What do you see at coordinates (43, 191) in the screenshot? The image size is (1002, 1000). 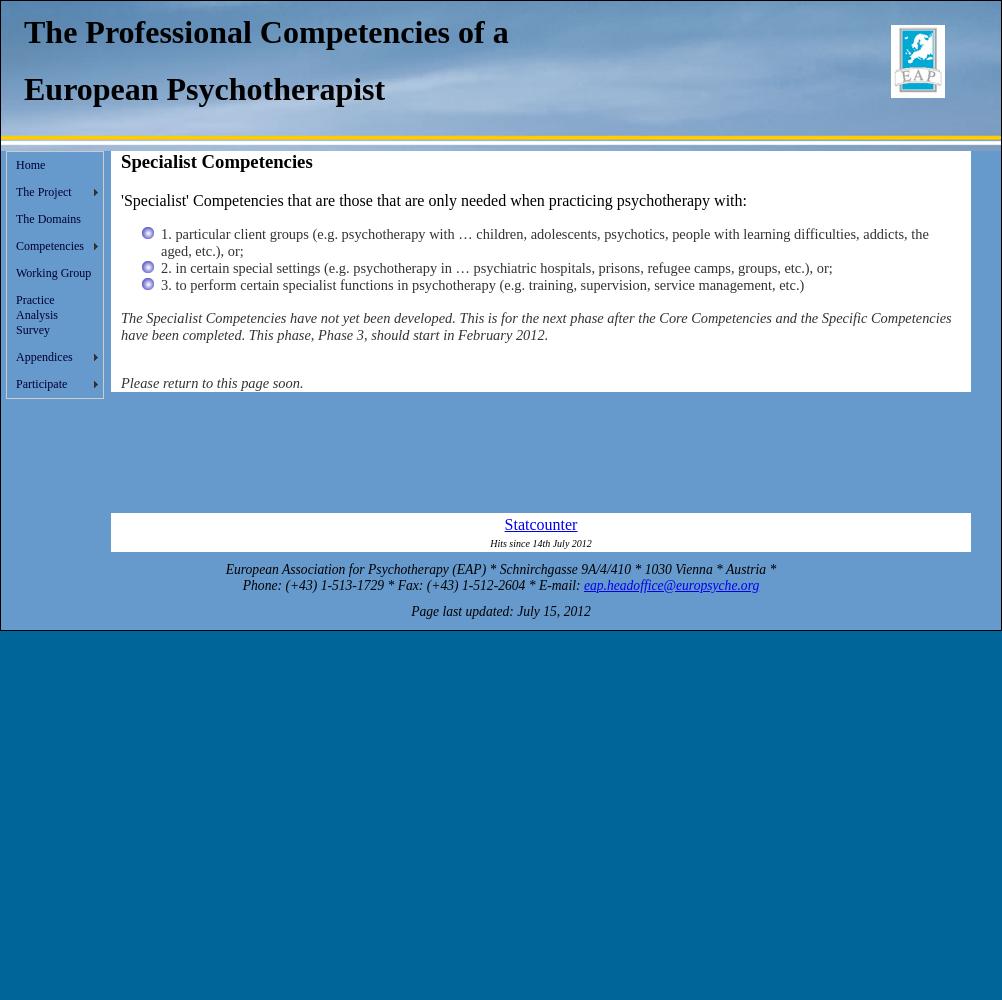 I see `'The Project'` at bounding box center [43, 191].